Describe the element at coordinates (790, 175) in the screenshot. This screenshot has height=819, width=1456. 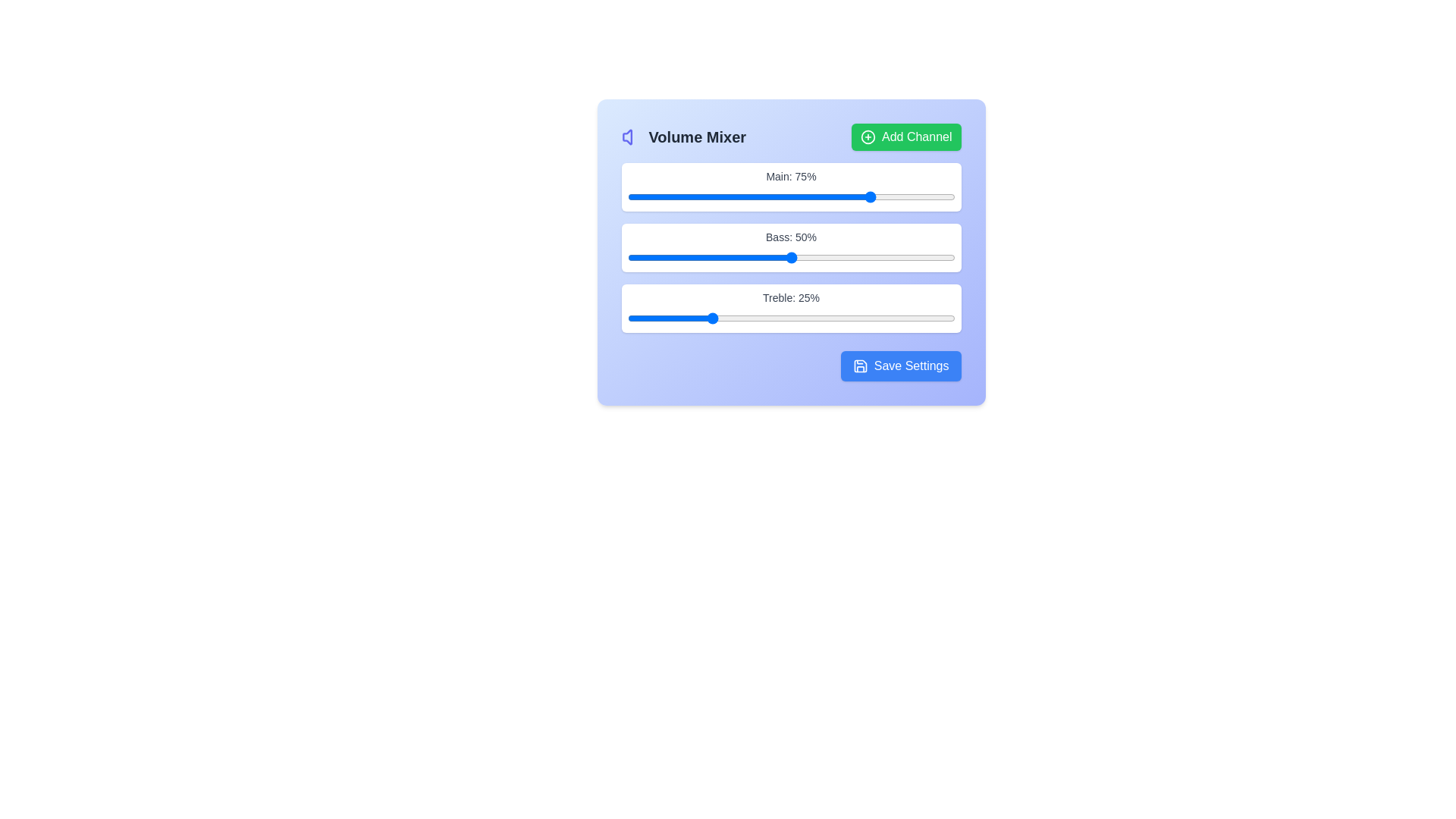
I see `the 'Main: 75%' label text element, which is styled in gray on a white background and located above a progress bar in the 'Volume Mixer' interface` at that location.